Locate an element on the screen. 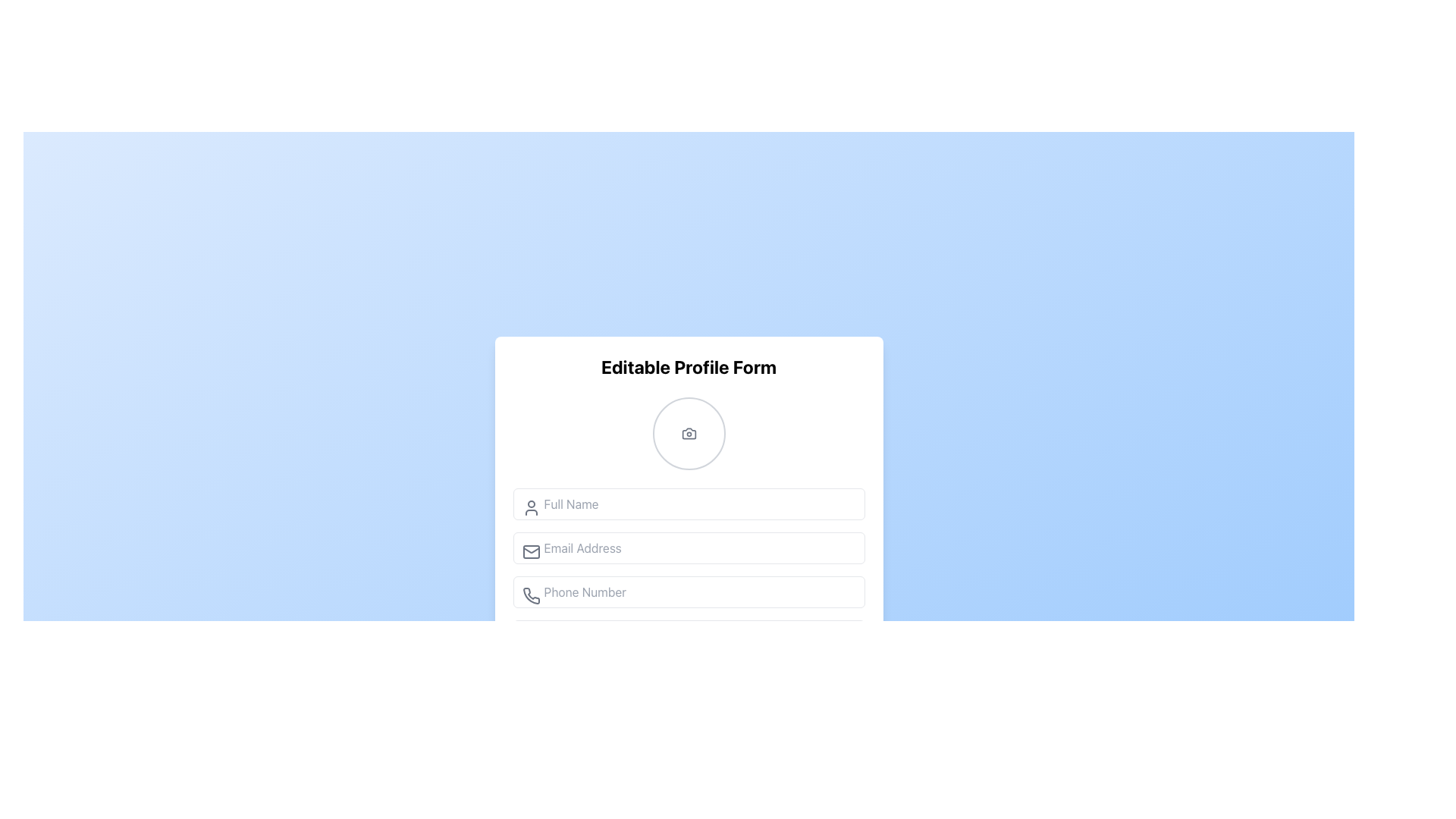  the button located below the 'Editable Profile Form' title to upload an image, identified by its camera icon is located at coordinates (688, 433).